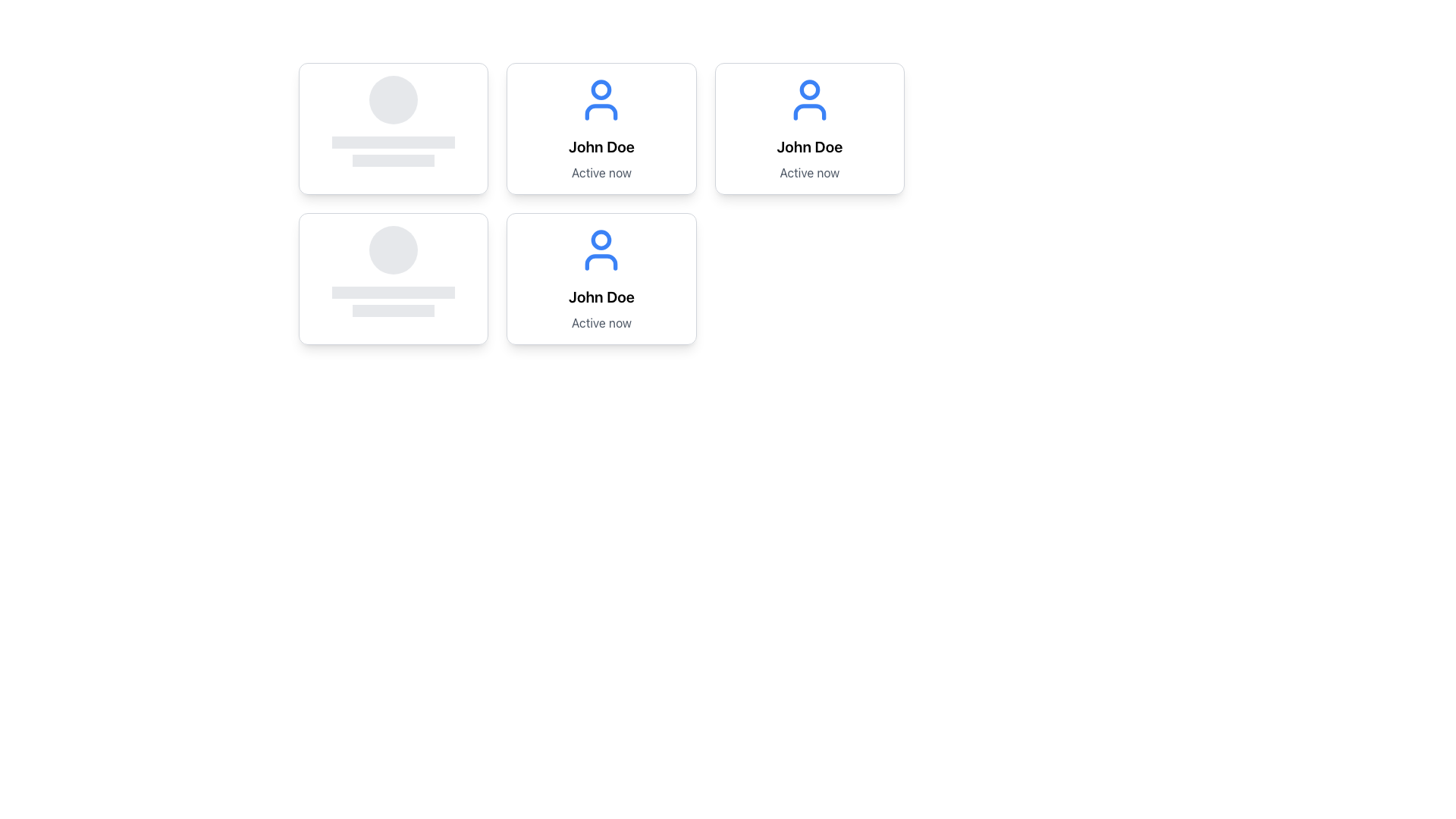 This screenshot has width=1456, height=819. Describe the element at coordinates (394, 120) in the screenshot. I see `the animated pulsing placeholder located in the upper-left card of the grid, which indicates a loading state` at that location.